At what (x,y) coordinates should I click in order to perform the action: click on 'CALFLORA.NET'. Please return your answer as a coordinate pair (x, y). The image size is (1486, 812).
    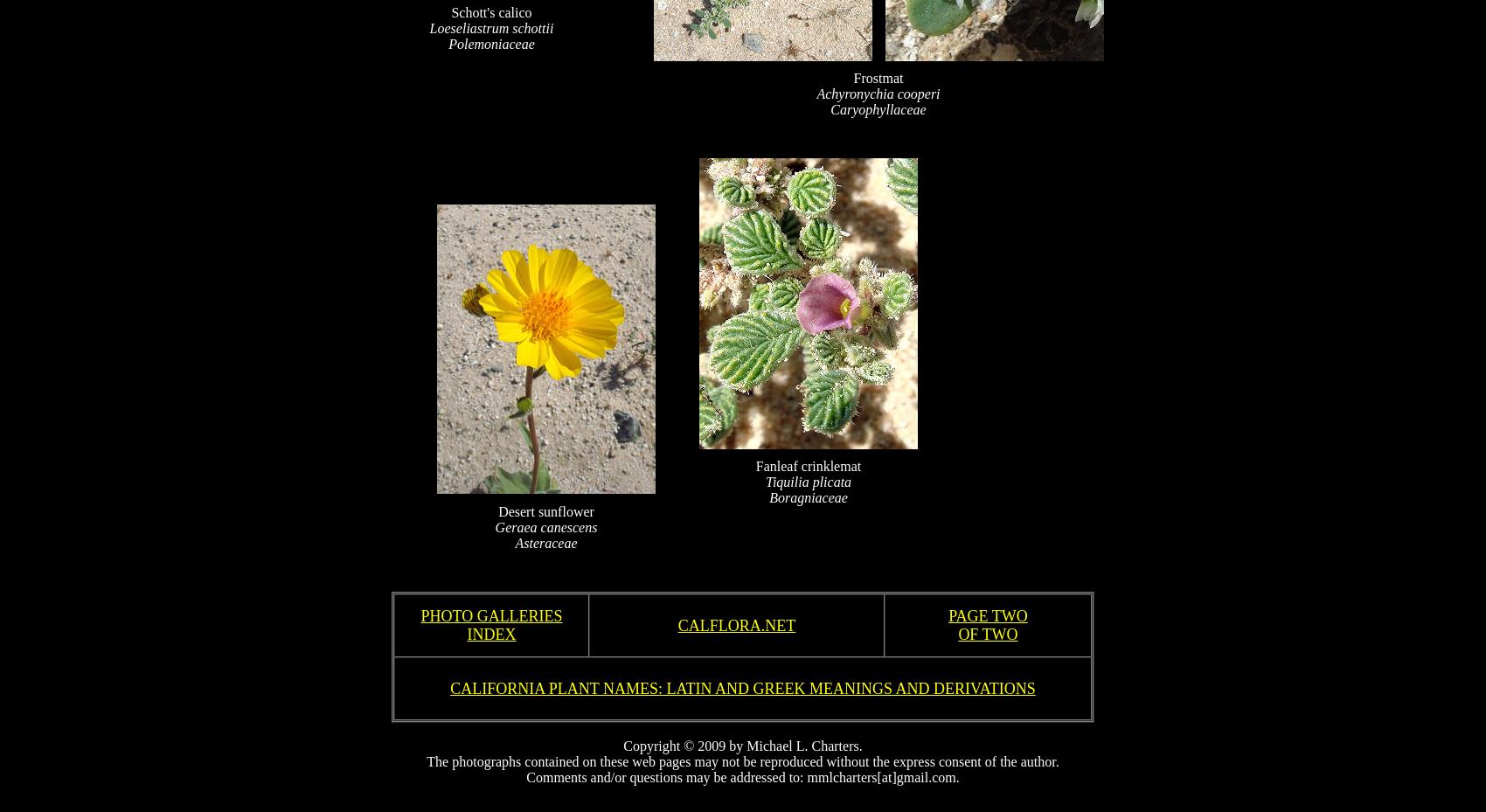
    Looking at the image, I should click on (735, 624).